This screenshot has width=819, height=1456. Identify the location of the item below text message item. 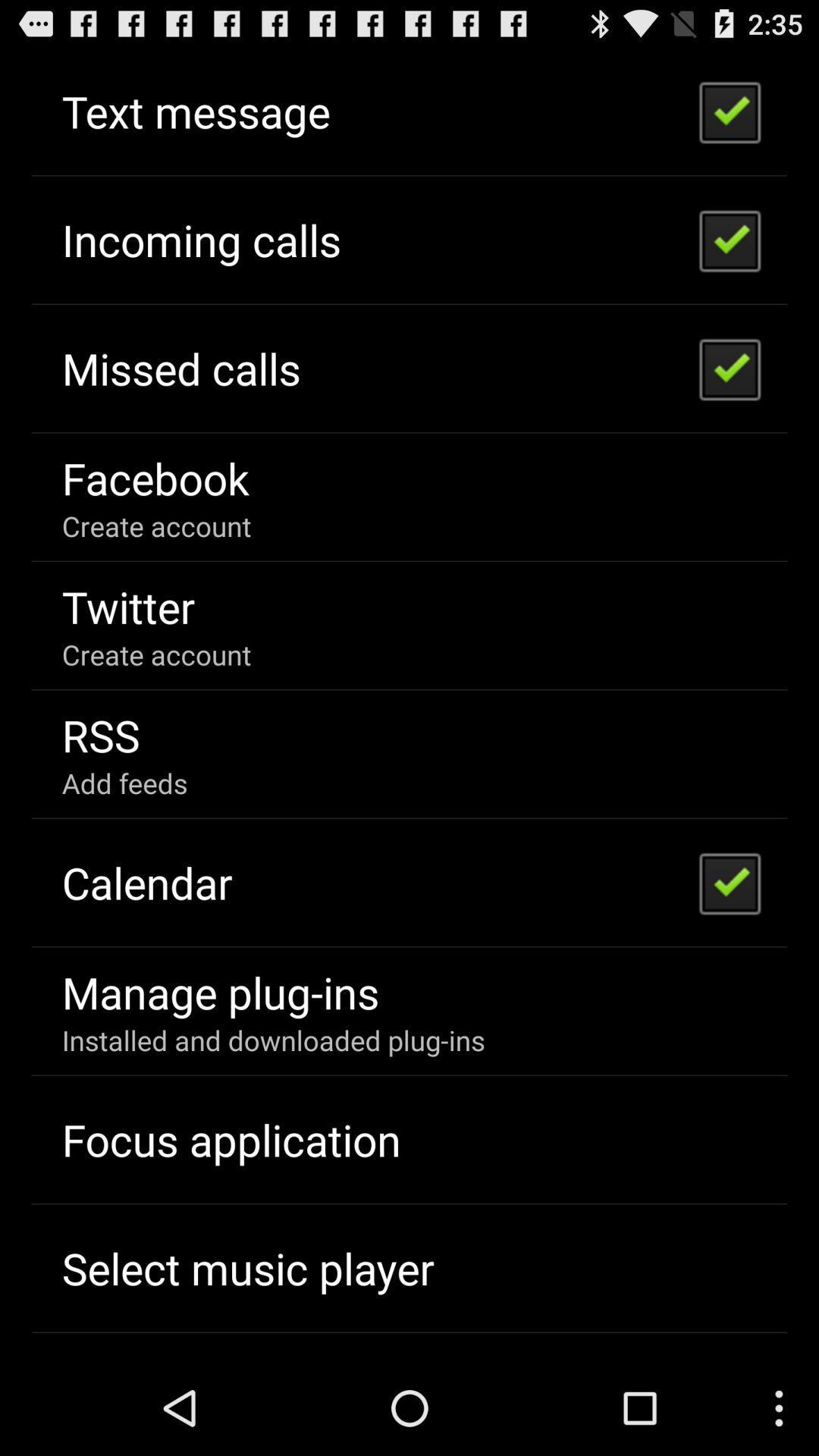
(200, 239).